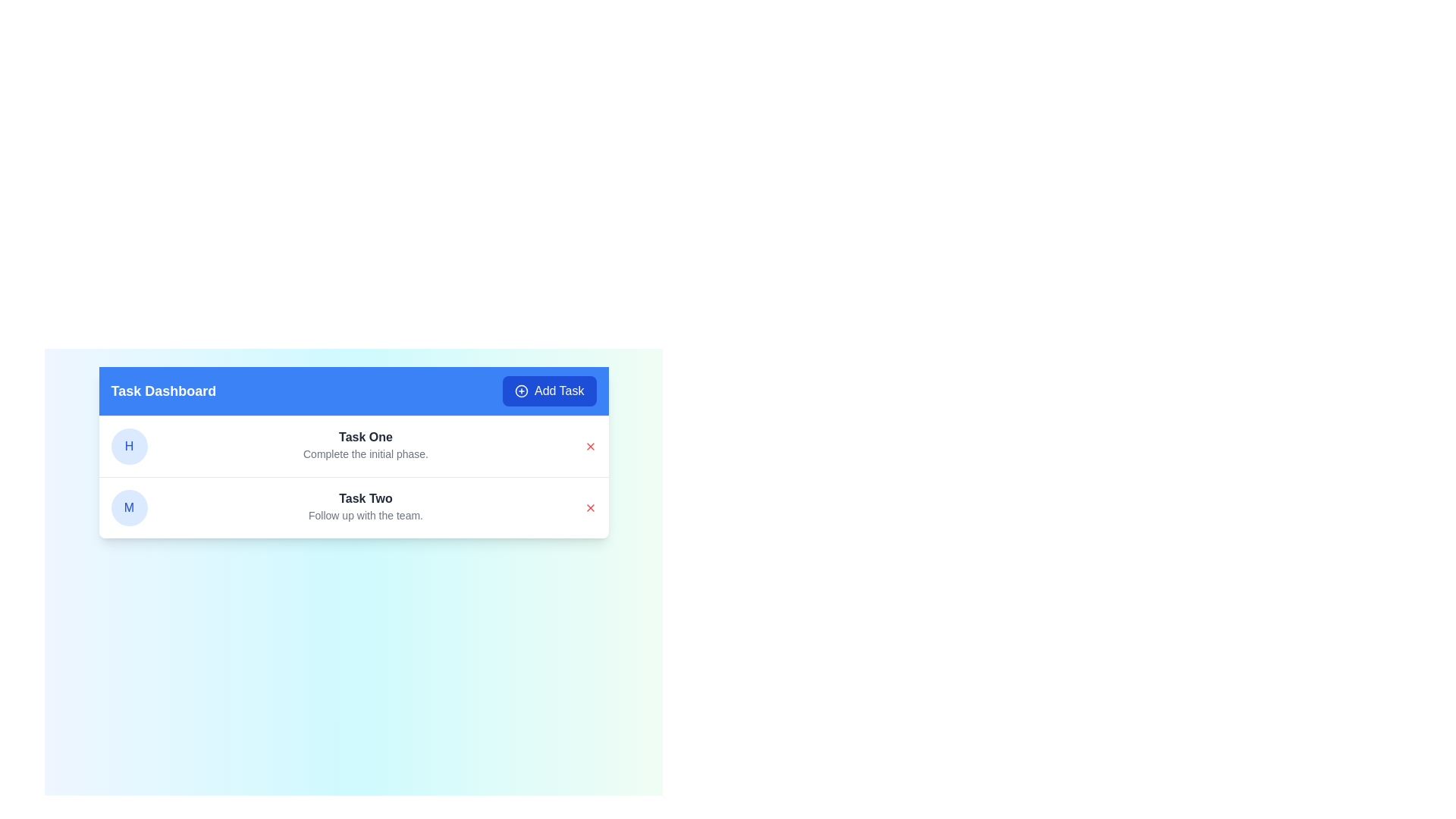  I want to click on the SVG circle icon, which is a thin stroke outline forming a circle located at the center of the 'Add Task' button's left icon, so click(521, 391).